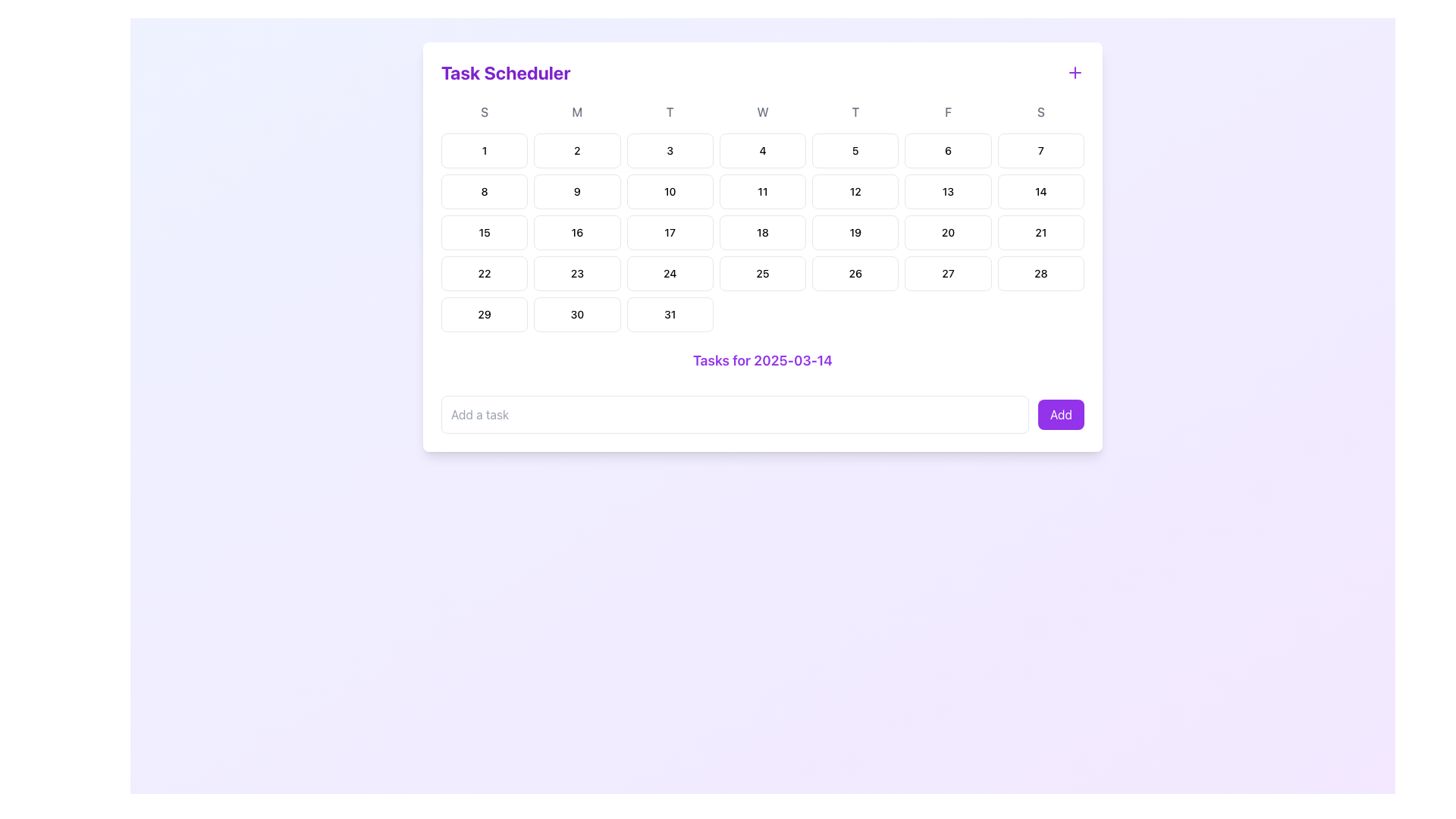 The image size is (1456, 819). I want to click on the calendar button representing the 4th day (Wednesday), so click(763, 151).